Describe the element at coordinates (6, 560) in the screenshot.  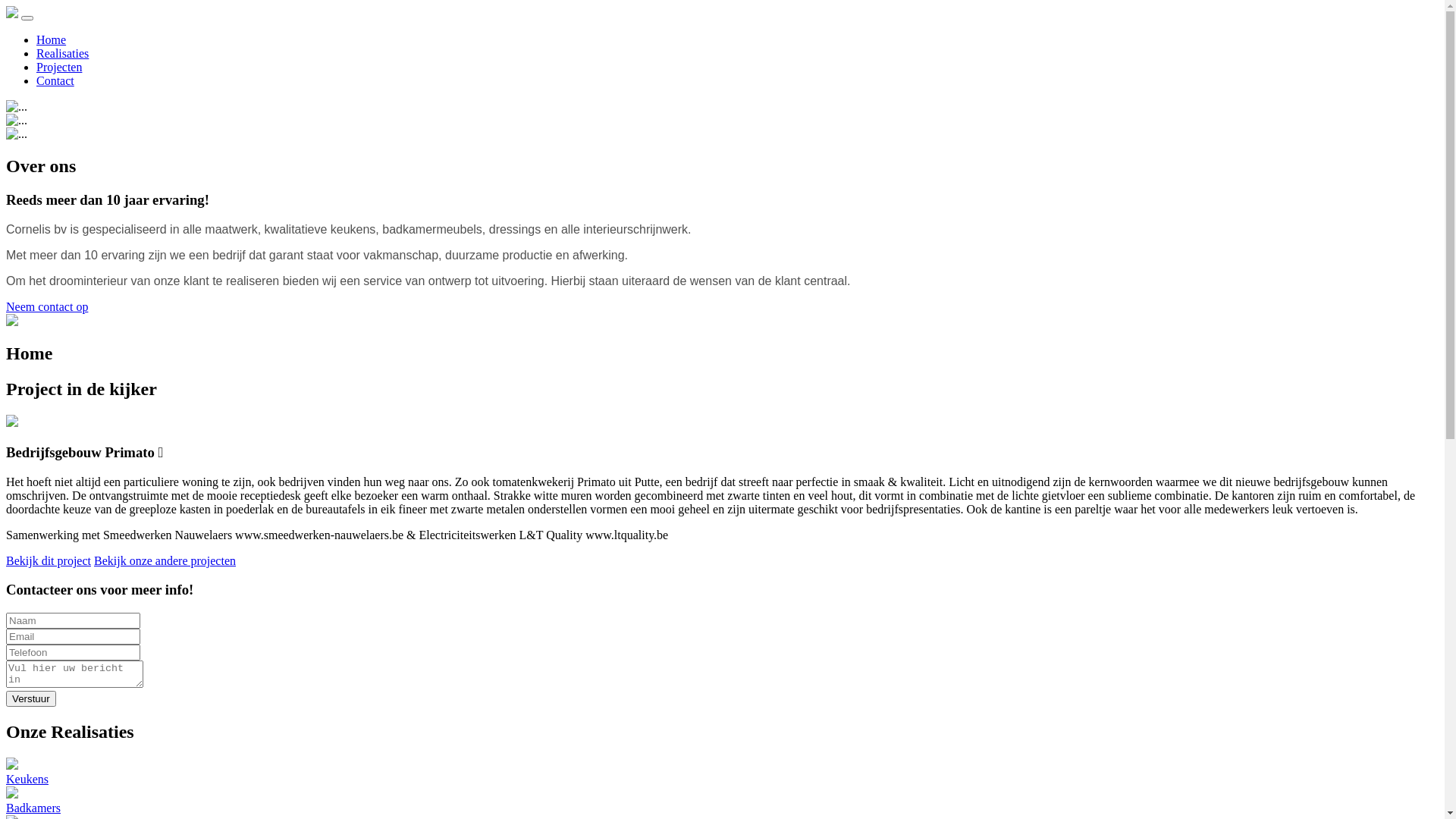
I see `'Bekijk dit project'` at that location.